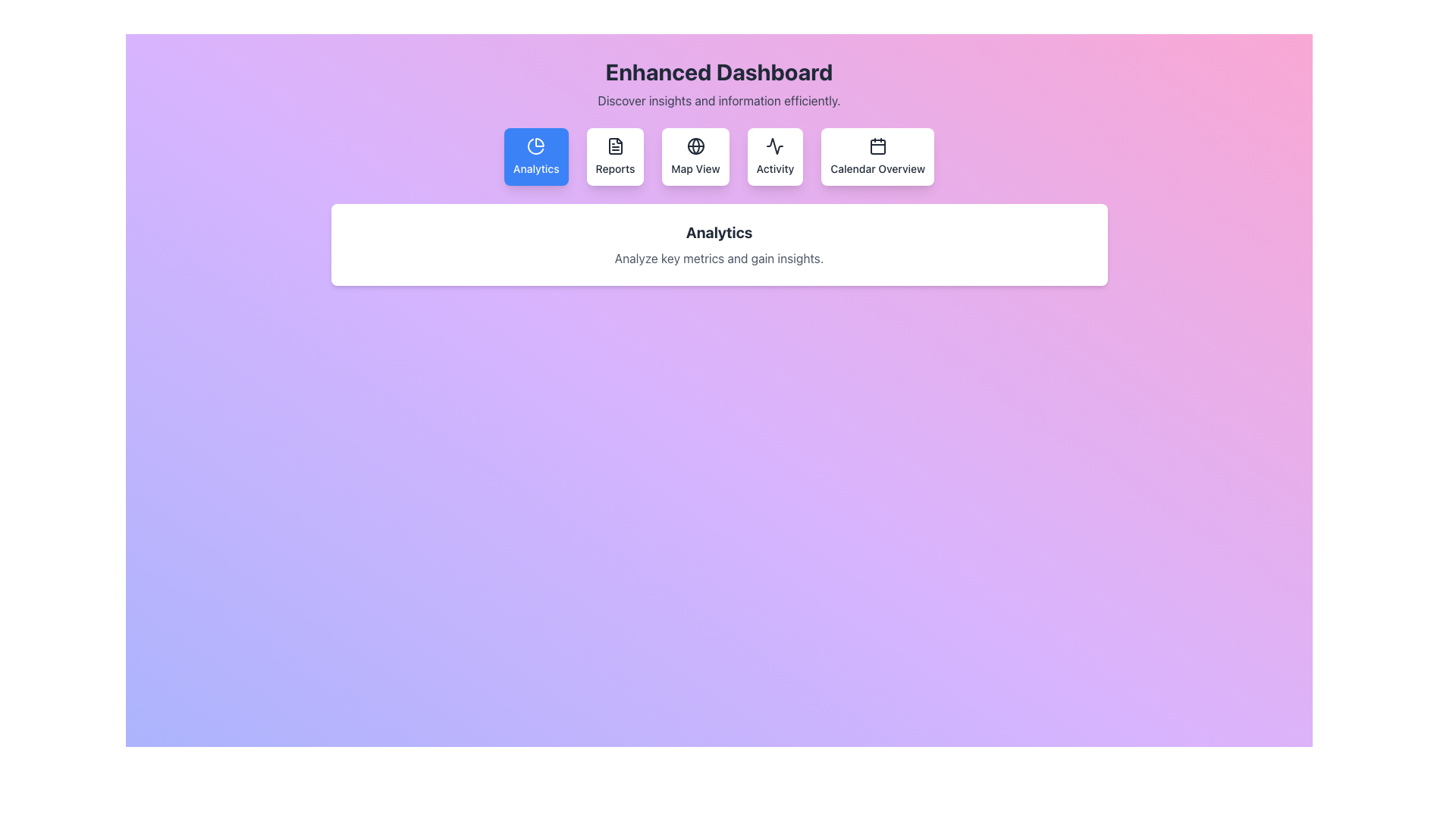  What do you see at coordinates (695, 146) in the screenshot?
I see `the globe icon representing the 'Map View' button, which is located between the 'Reports' and 'Activity' buttons in the top feature selection row` at bounding box center [695, 146].